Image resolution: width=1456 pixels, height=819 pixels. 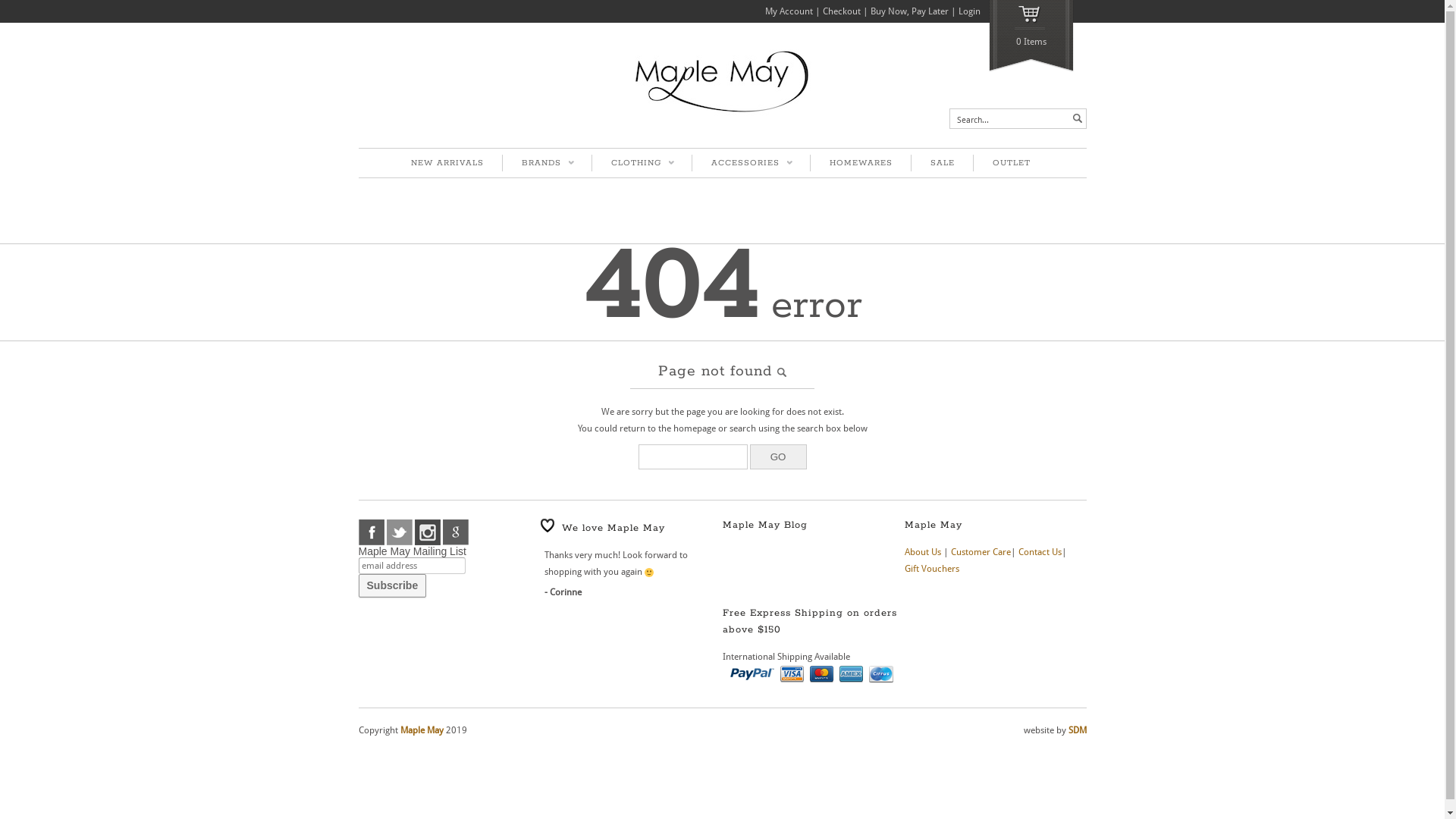 I want to click on 'OUTLET', so click(x=1011, y=163).